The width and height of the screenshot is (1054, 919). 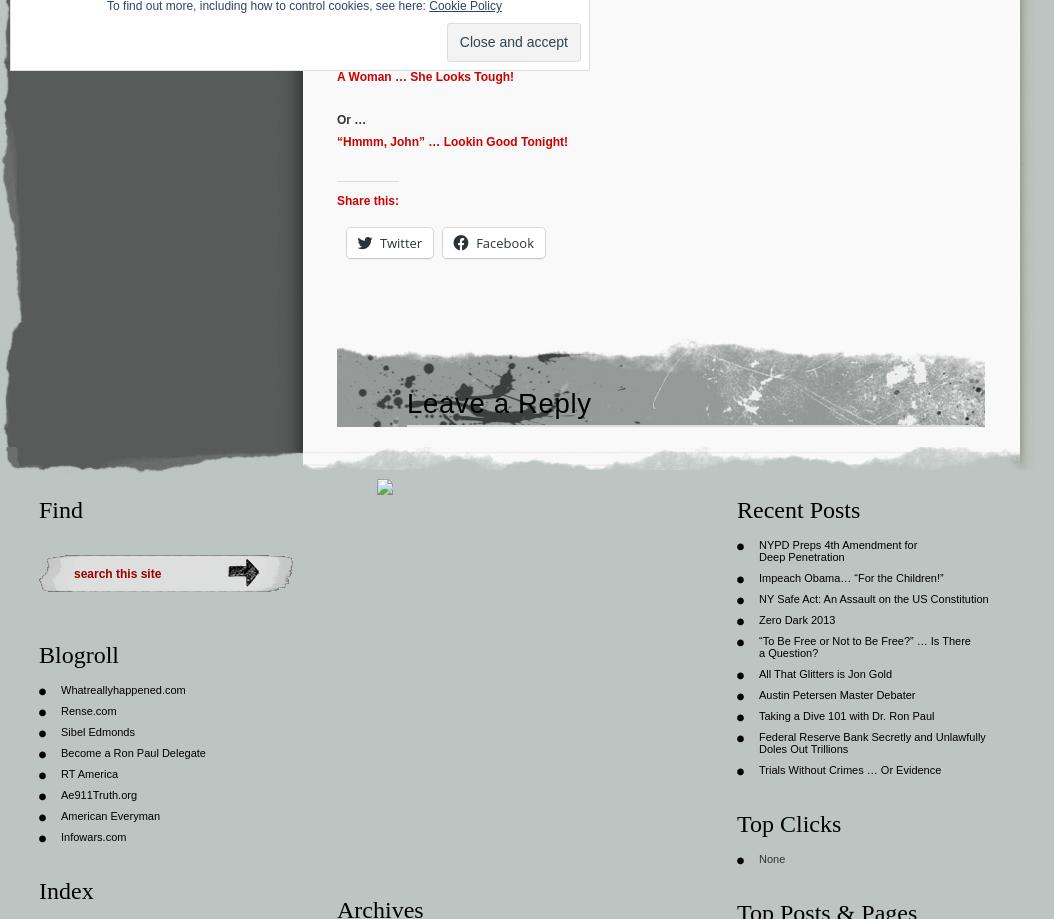 What do you see at coordinates (846, 713) in the screenshot?
I see `'Taking a Dive 101 with Dr. Ron Paul'` at bounding box center [846, 713].